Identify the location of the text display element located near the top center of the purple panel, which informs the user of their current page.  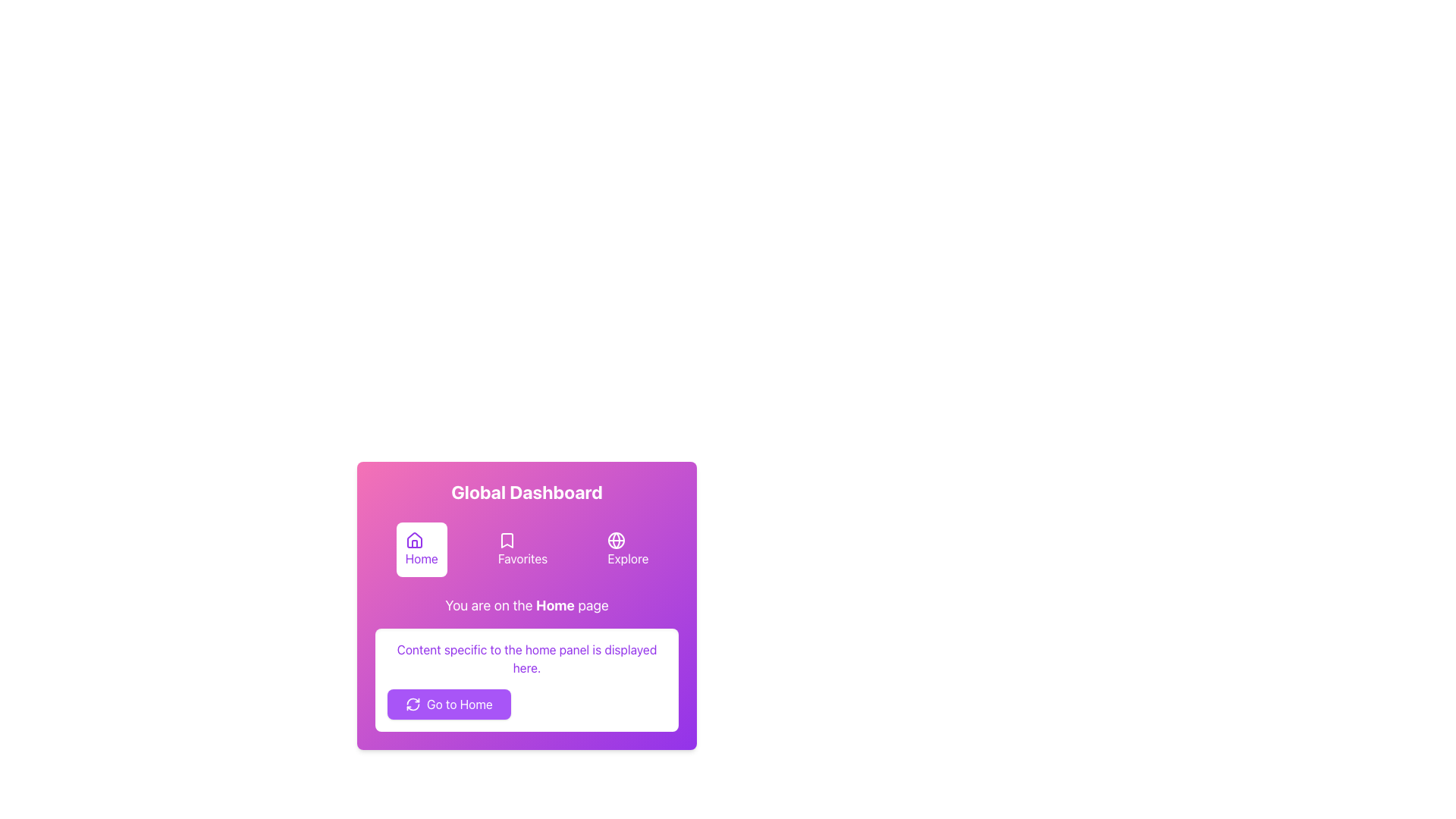
(527, 604).